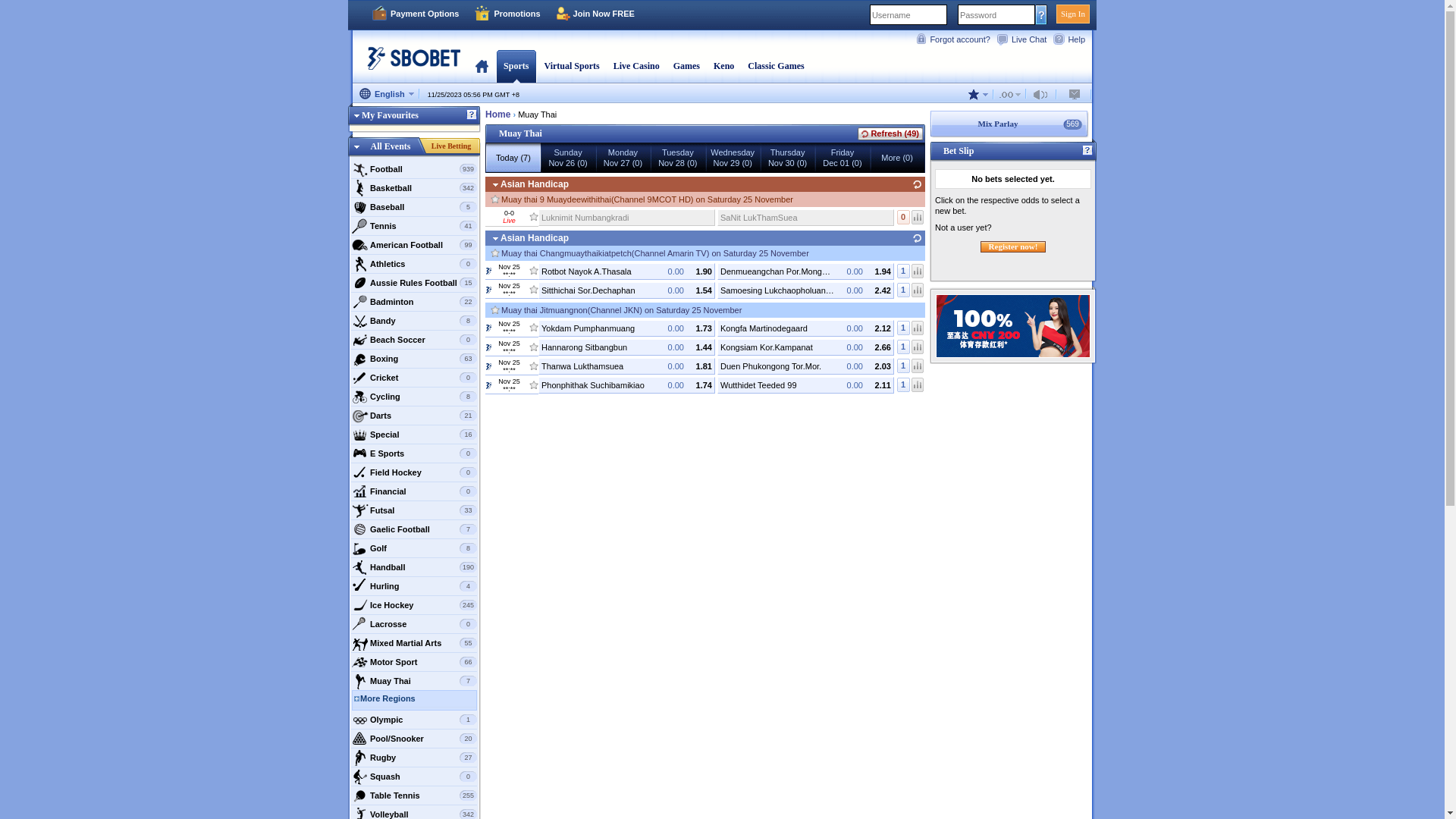 The width and height of the screenshot is (1456, 819). What do you see at coordinates (414, 359) in the screenshot?
I see `'Boxing` at bounding box center [414, 359].